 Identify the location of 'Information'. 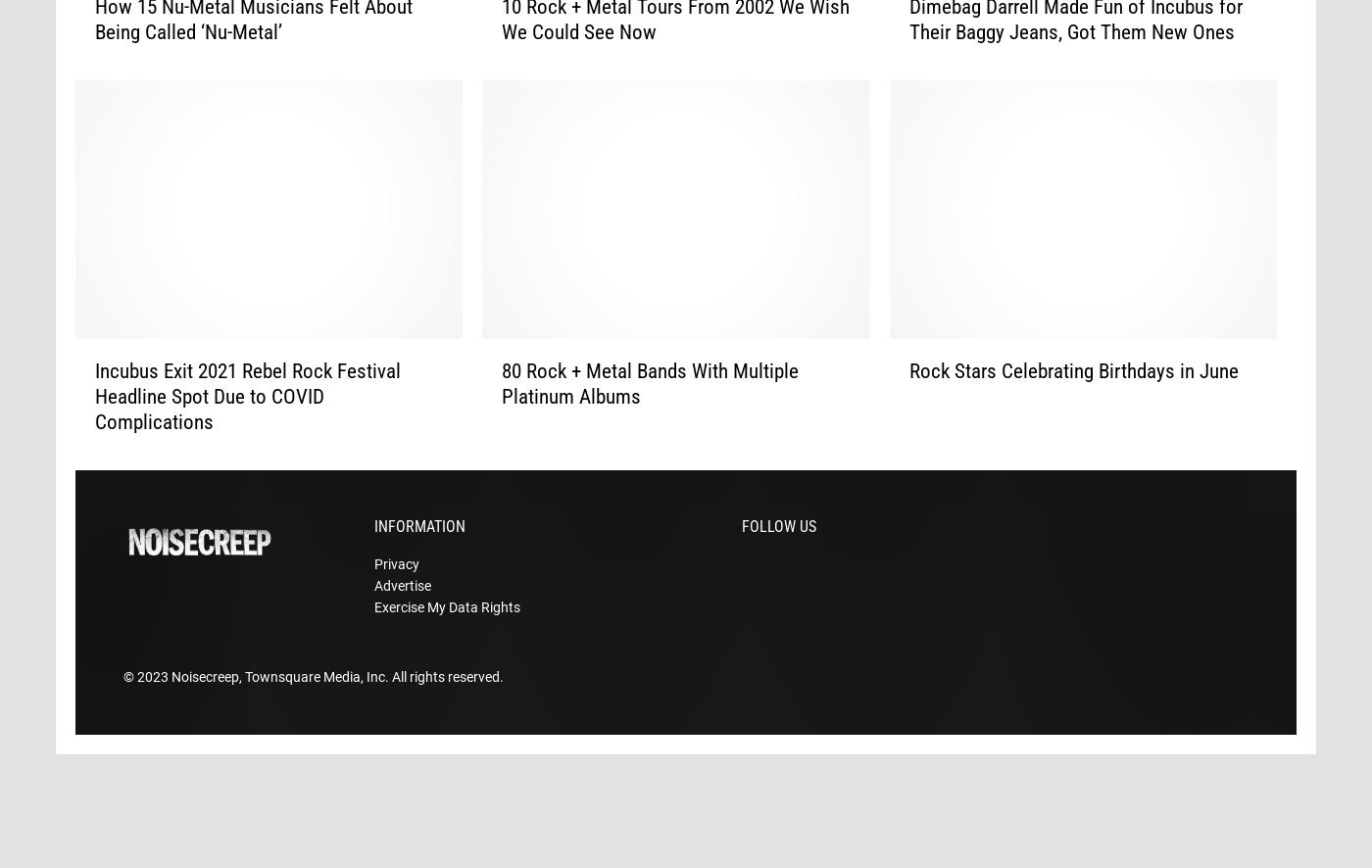
(419, 556).